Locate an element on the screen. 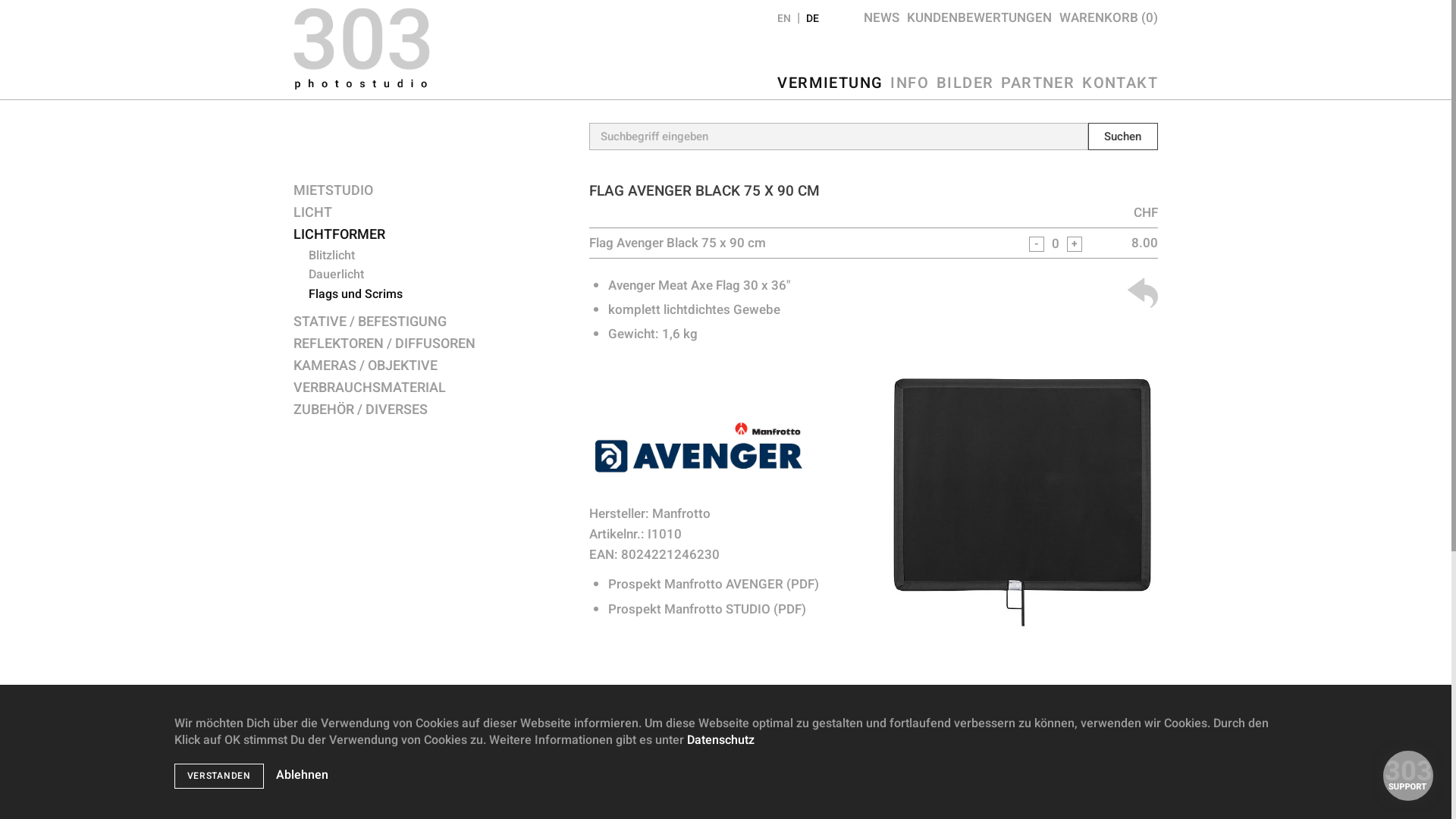 The image size is (1456, 819). 'WARENKORB (0)' is located at coordinates (1109, 17).